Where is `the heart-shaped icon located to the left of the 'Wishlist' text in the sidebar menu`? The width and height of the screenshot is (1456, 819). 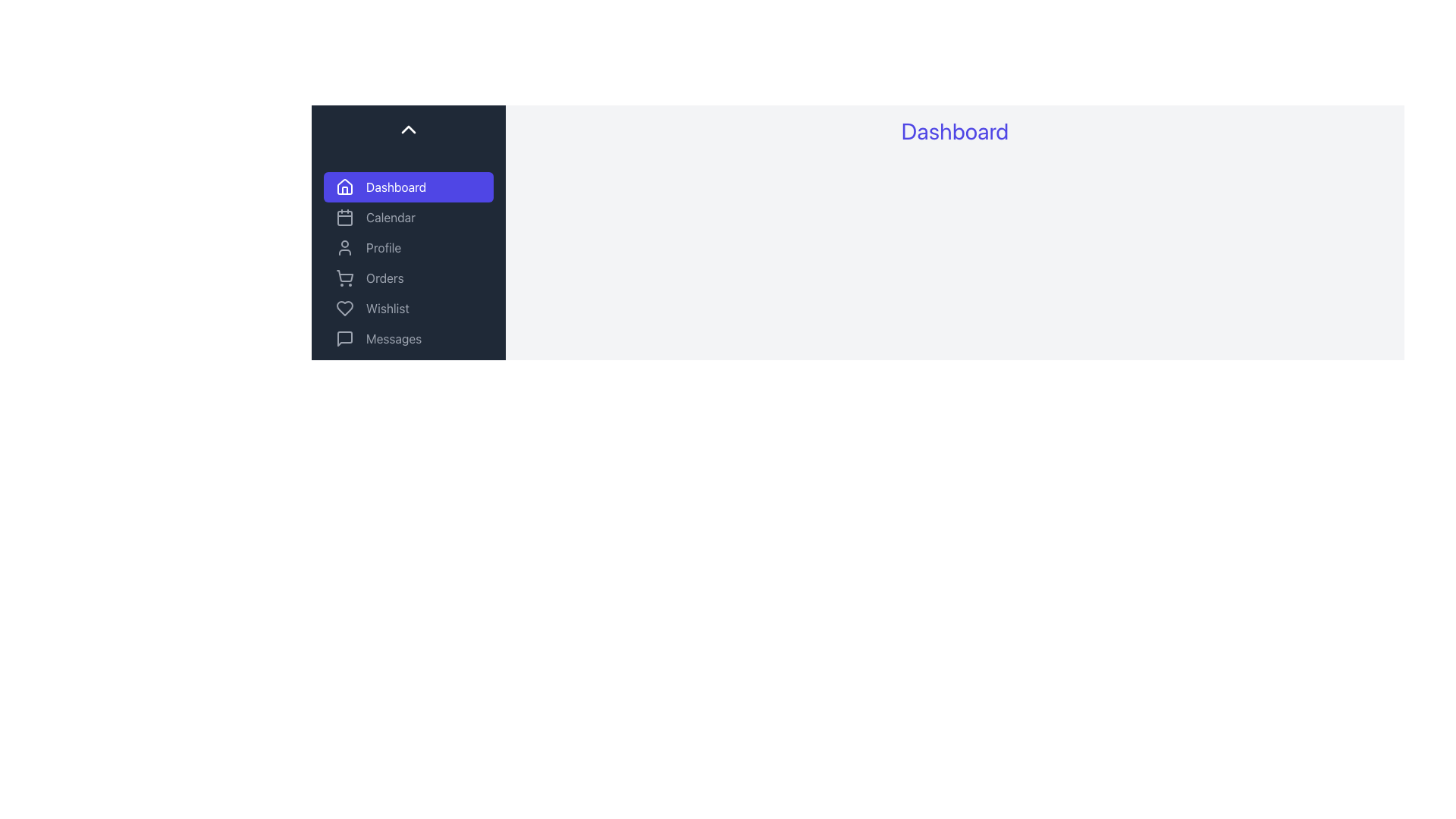
the heart-shaped icon located to the left of the 'Wishlist' text in the sidebar menu is located at coordinates (344, 308).